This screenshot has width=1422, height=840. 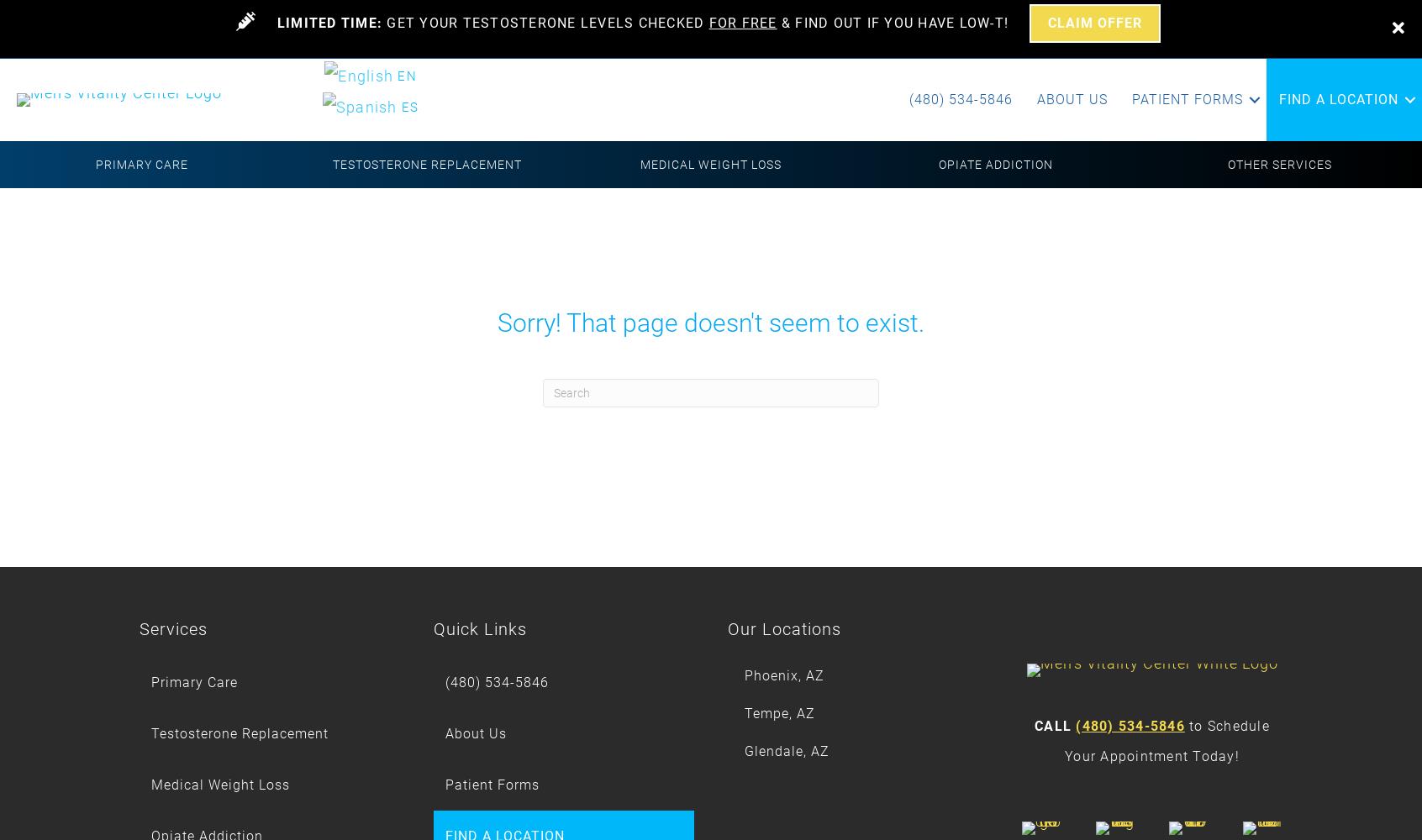 I want to click on 'Other Services', so click(x=1279, y=164).